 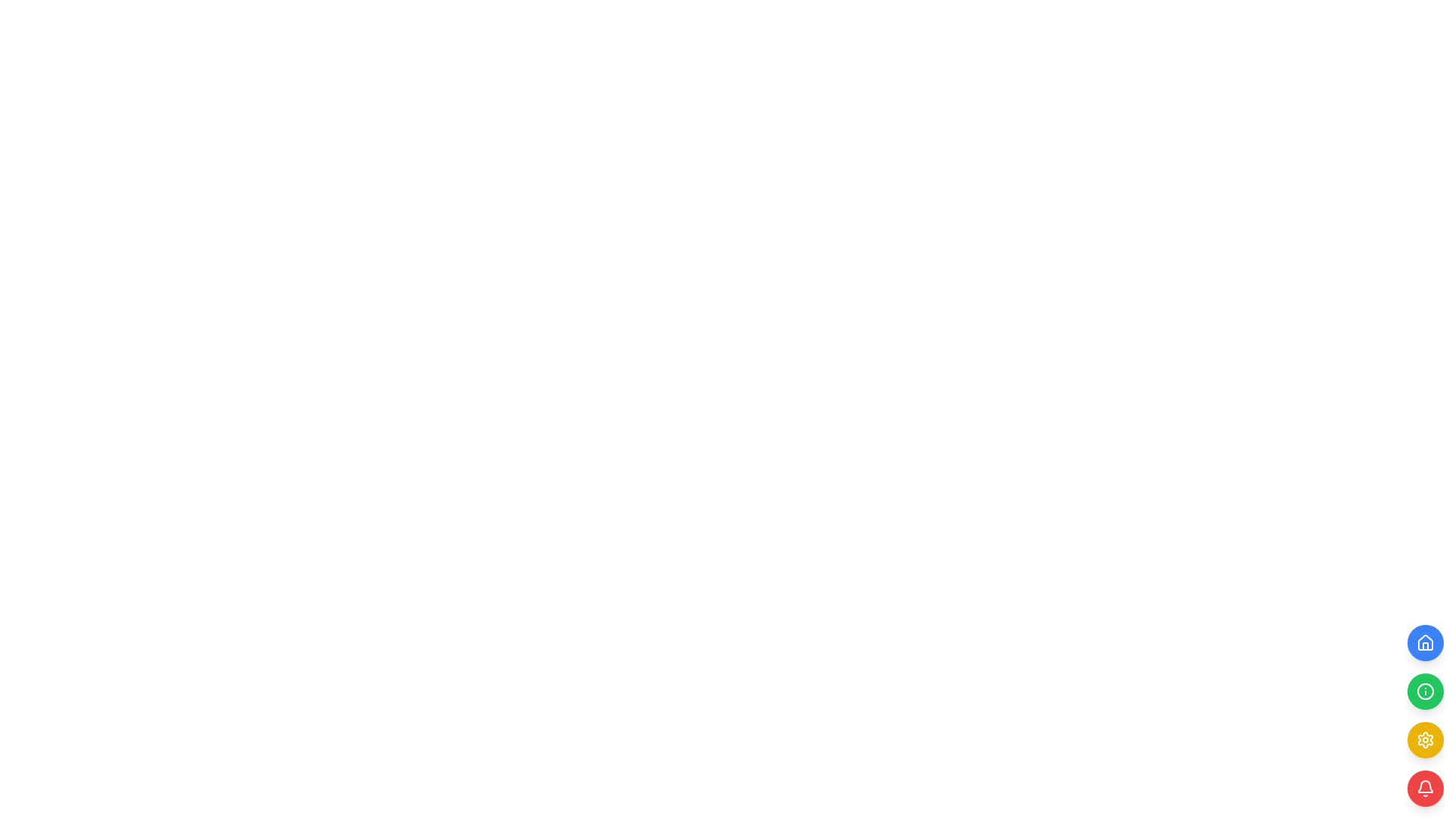 What do you see at coordinates (1425, 786) in the screenshot?
I see `the bell icon at the bottom of the vertical menu` at bounding box center [1425, 786].